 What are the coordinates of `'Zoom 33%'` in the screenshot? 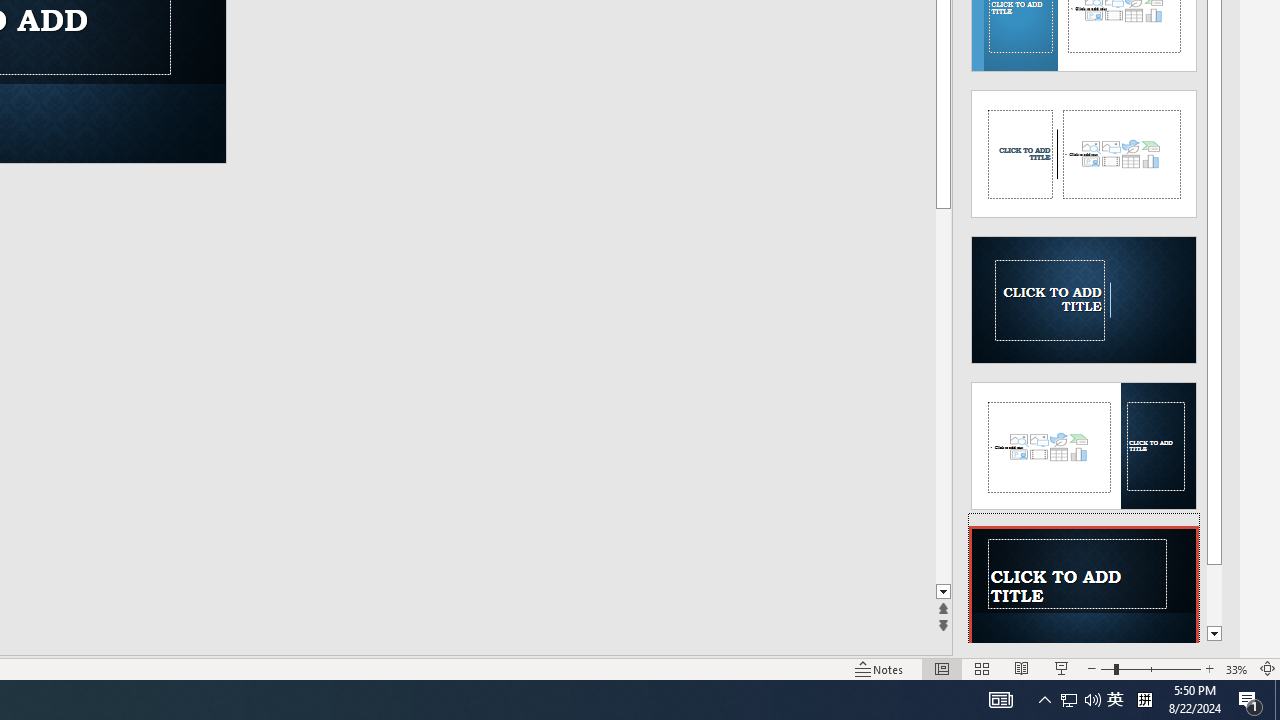 It's located at (1236, 669).